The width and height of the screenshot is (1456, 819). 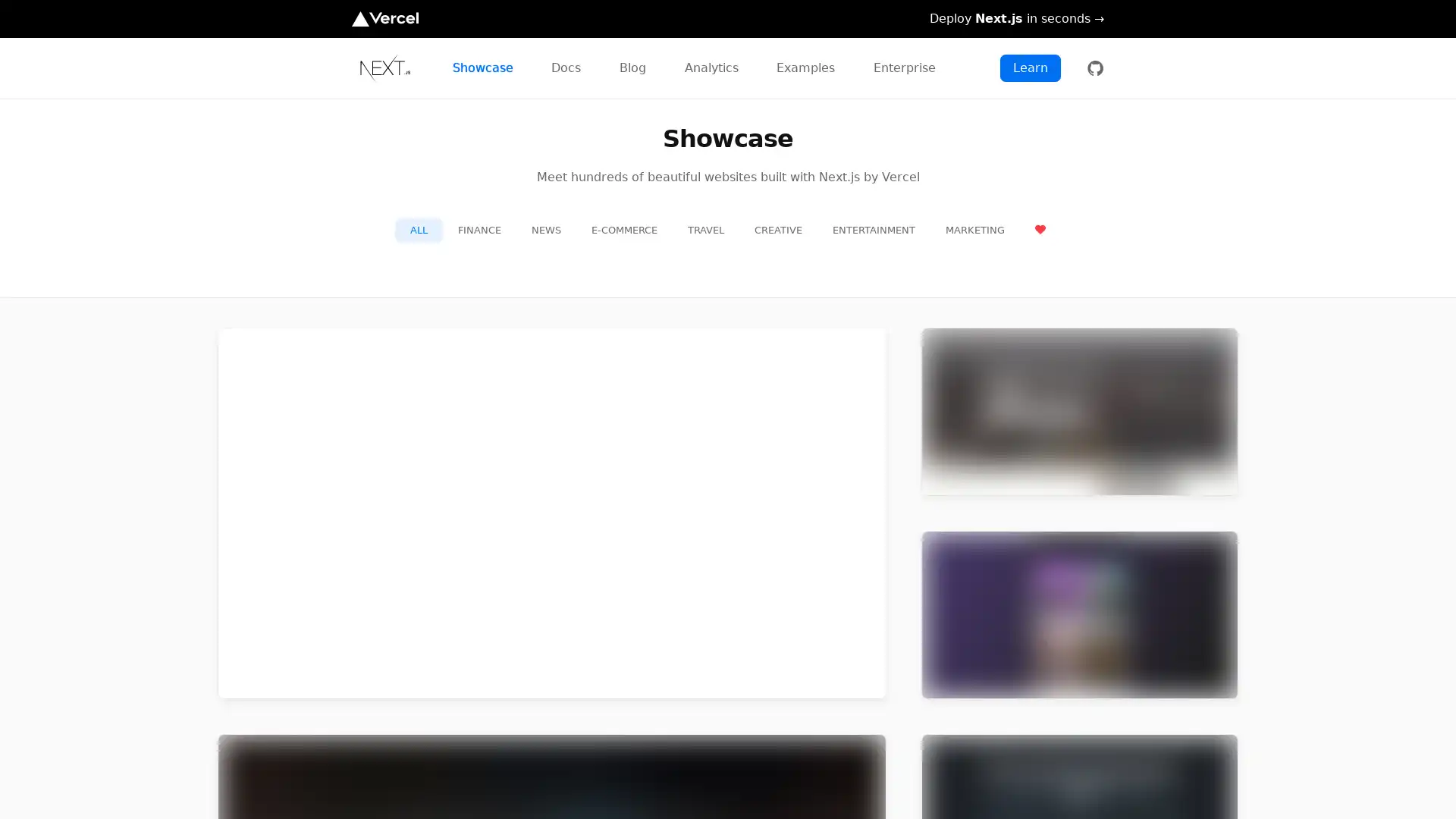 I want to click on ALL, so click(x=419, y=230).